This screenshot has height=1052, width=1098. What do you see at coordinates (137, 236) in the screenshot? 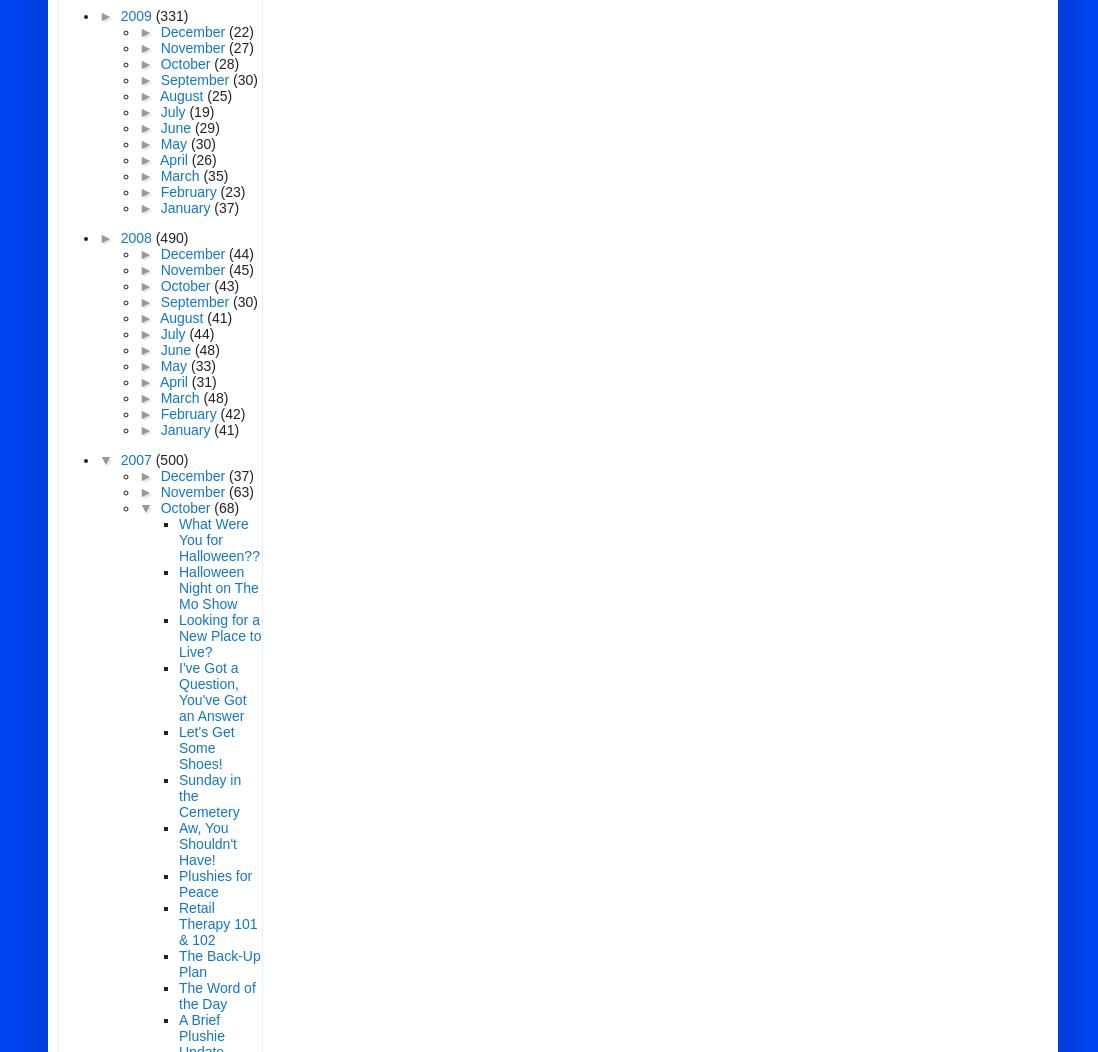
I see `'2008'` at bounding box center [137, 236].